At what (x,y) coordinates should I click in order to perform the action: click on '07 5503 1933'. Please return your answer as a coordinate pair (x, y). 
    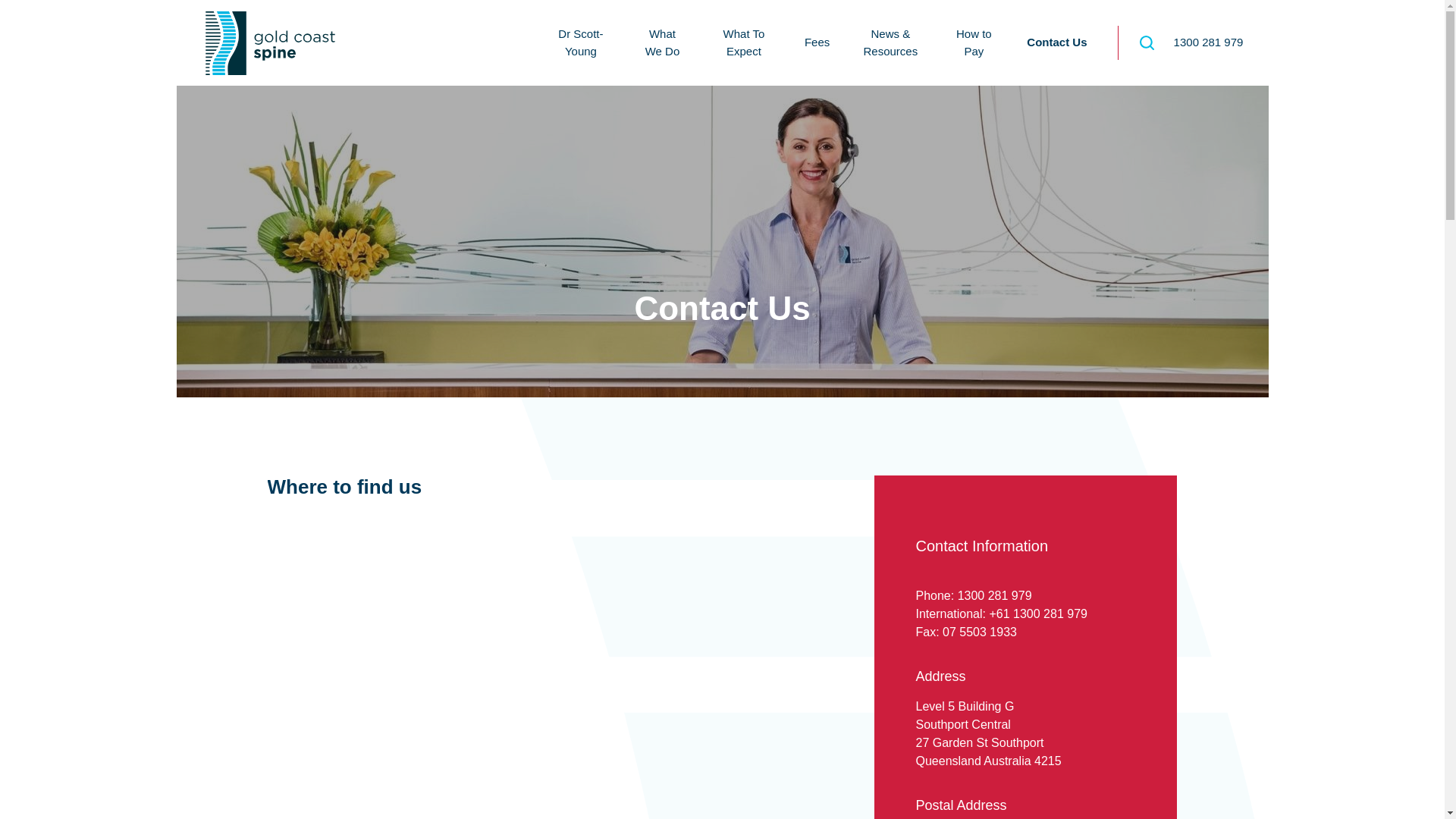
    Looking at the image, I should click on (979, 632).